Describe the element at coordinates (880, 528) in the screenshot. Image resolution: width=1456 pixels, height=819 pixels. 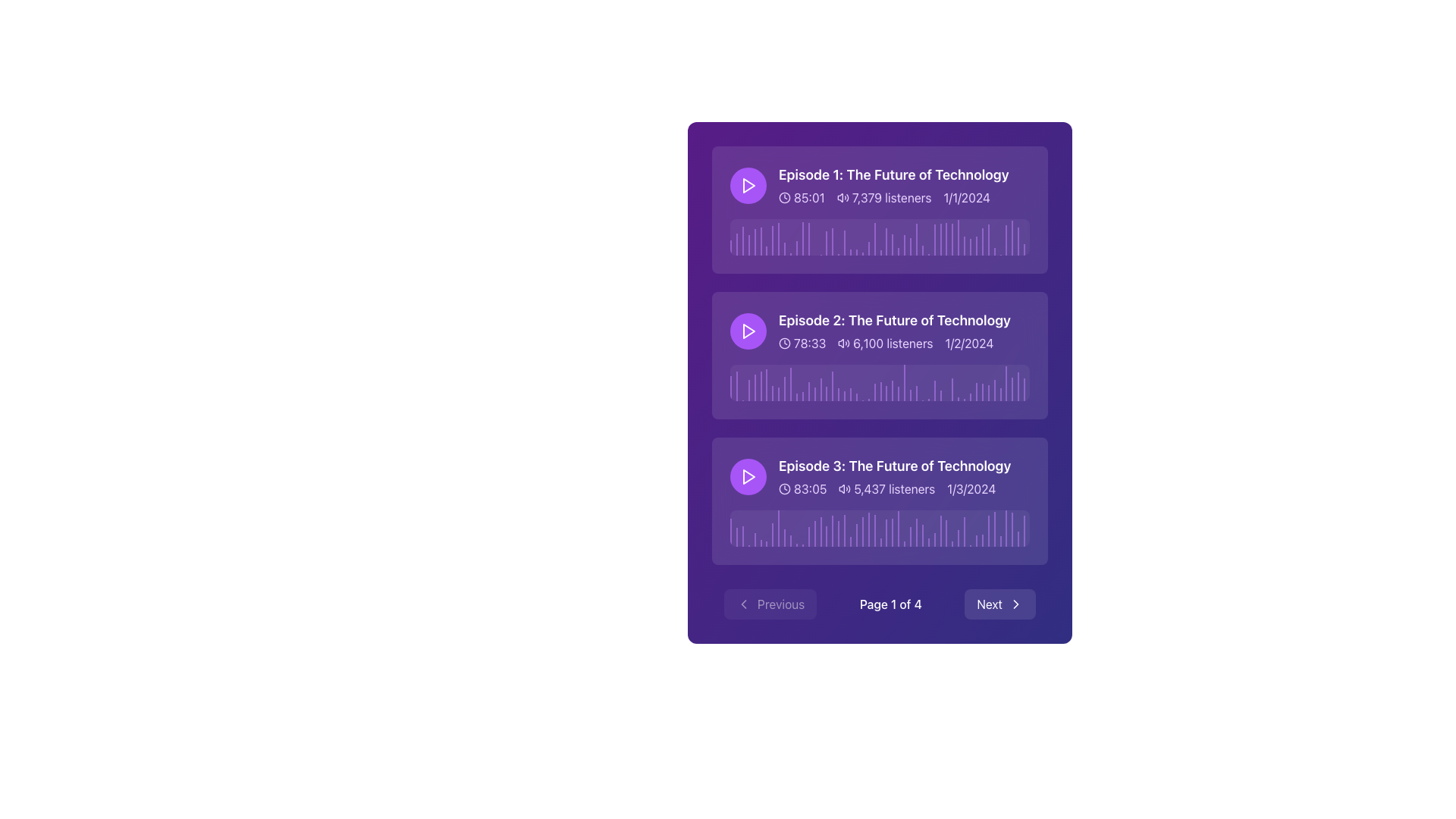
I see `the Waveform visualization element representing the audio signals of the podcast episode 'Episode 3: The Future of Technology', located below the listener information` at that location.